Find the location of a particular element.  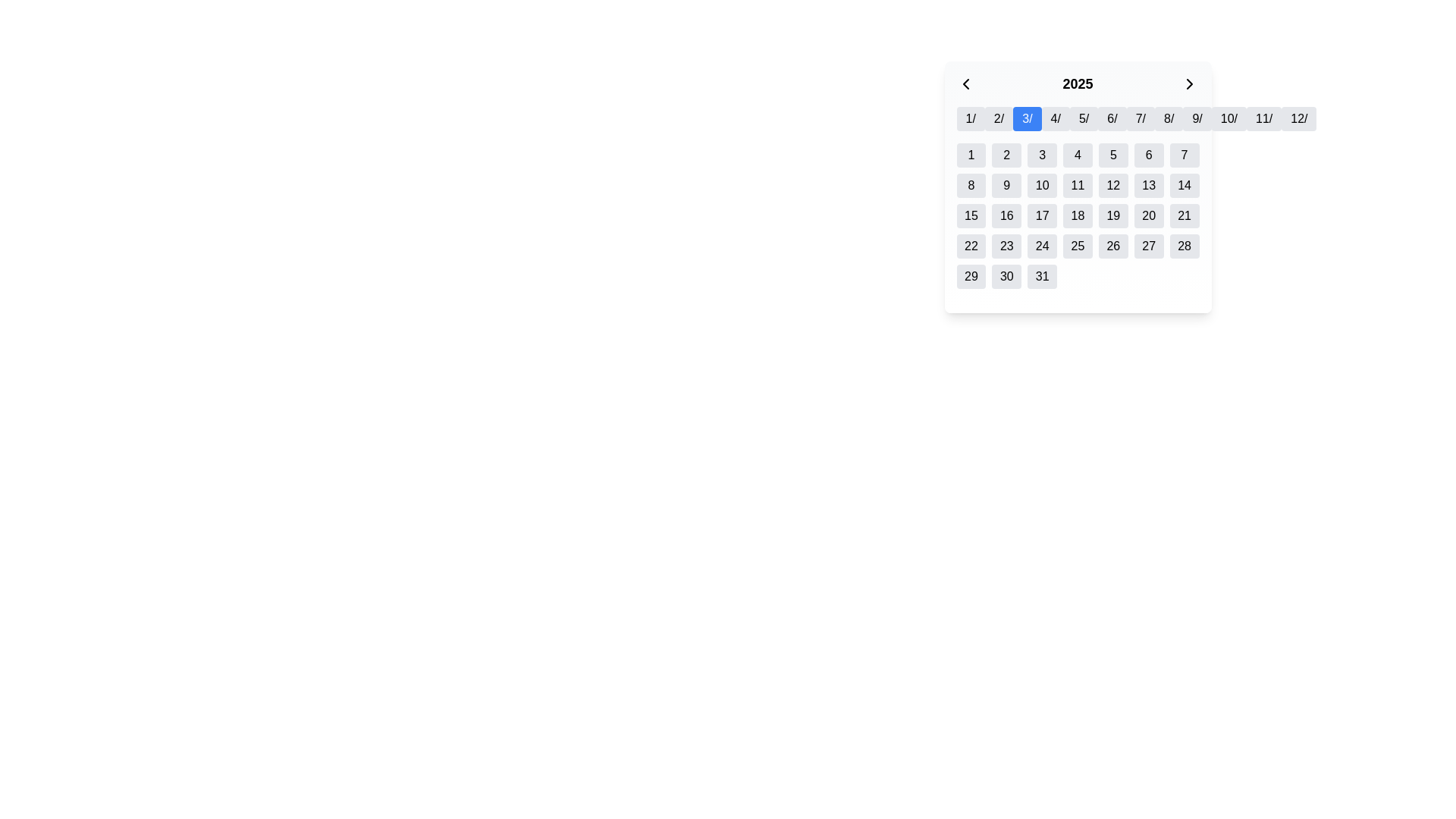

the interactive calendar date unit representing the 29th day for additional information is located at coordinates (971, 277).